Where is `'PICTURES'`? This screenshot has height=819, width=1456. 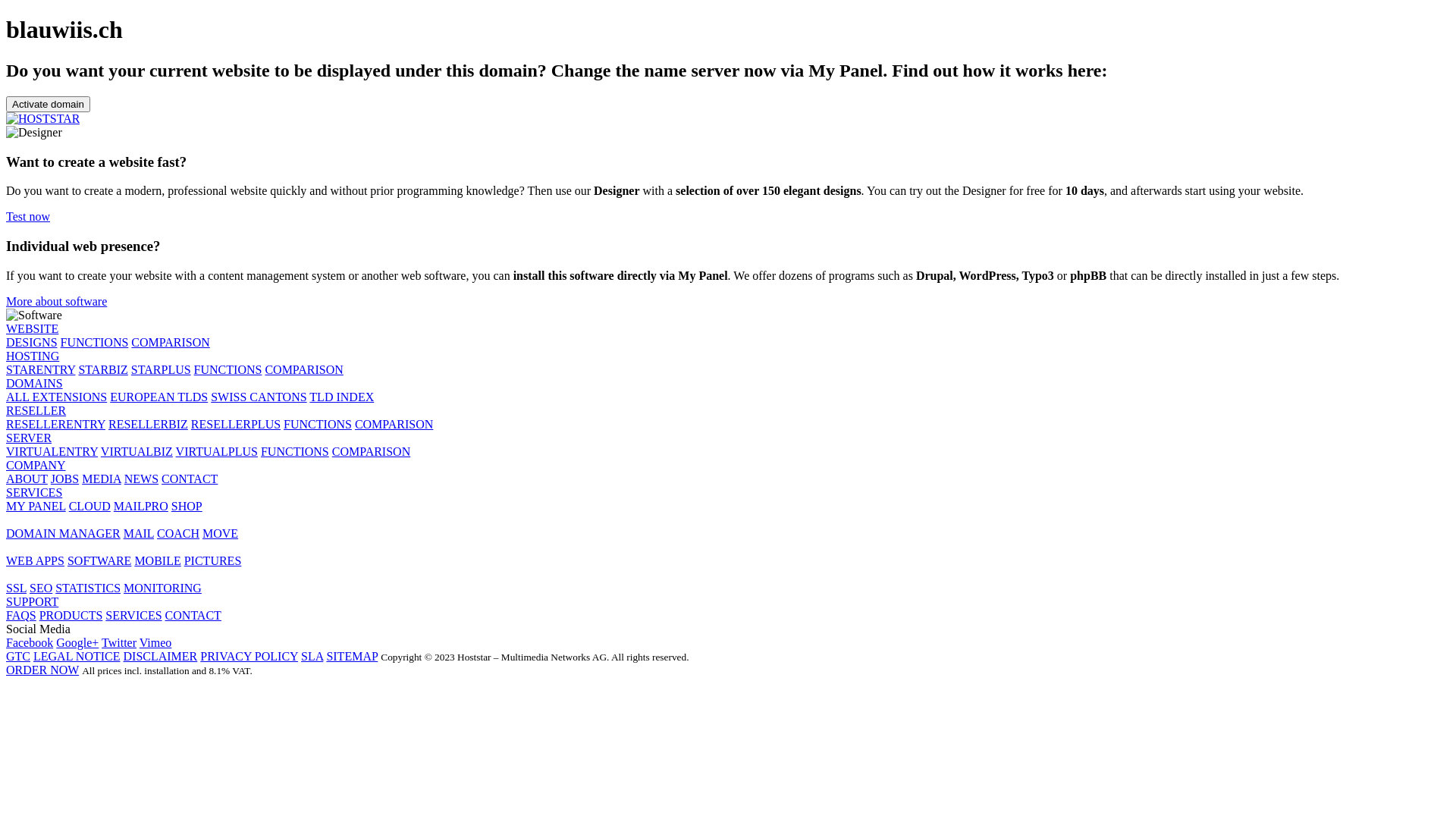
'PICTURES' is located at coordinates (212, 560).